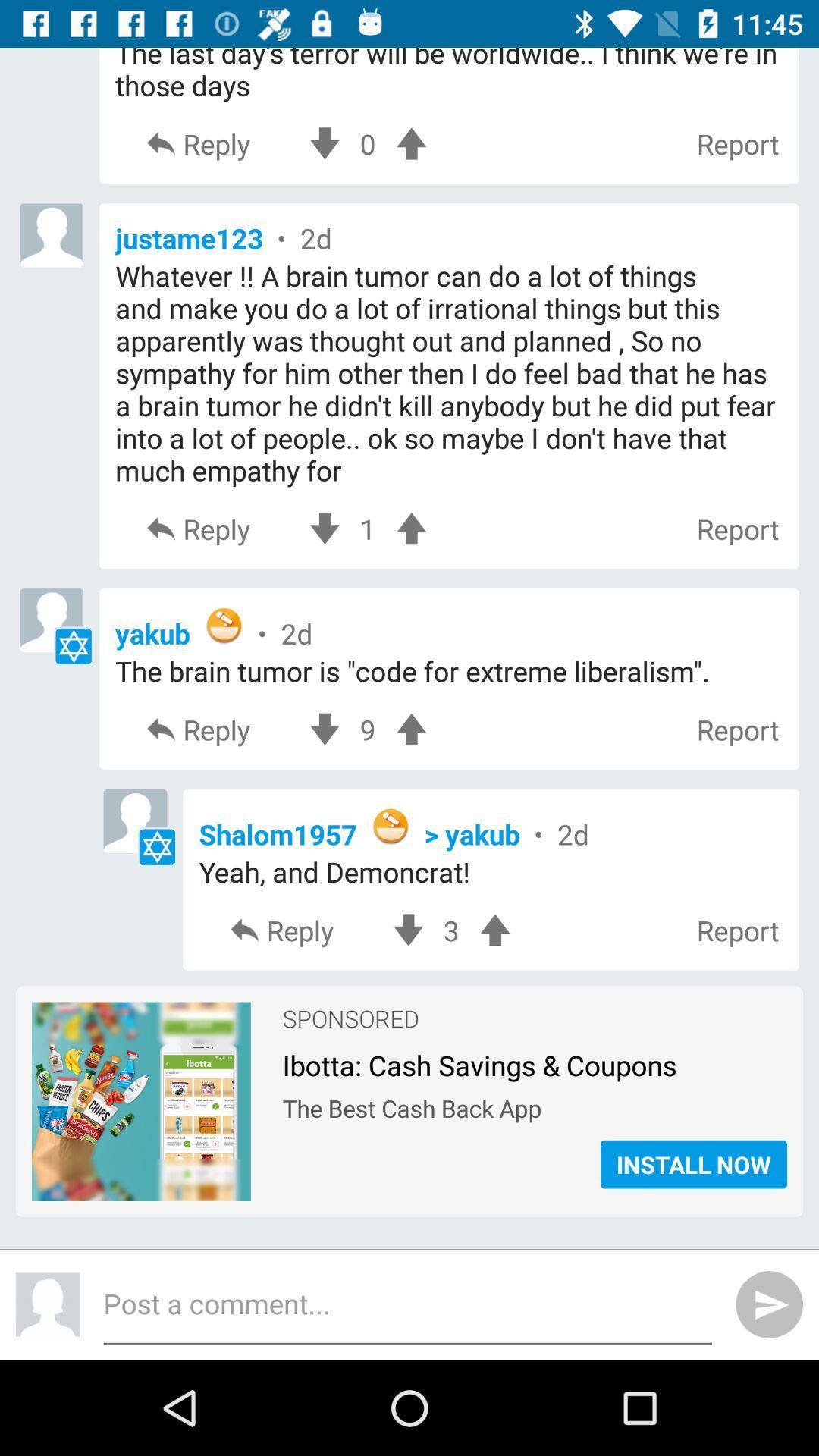 This screenshot has width=819, height=1456. Describe the element at coordinates (491, 828) in the screenshot. I see `the item below reply item` at that location.